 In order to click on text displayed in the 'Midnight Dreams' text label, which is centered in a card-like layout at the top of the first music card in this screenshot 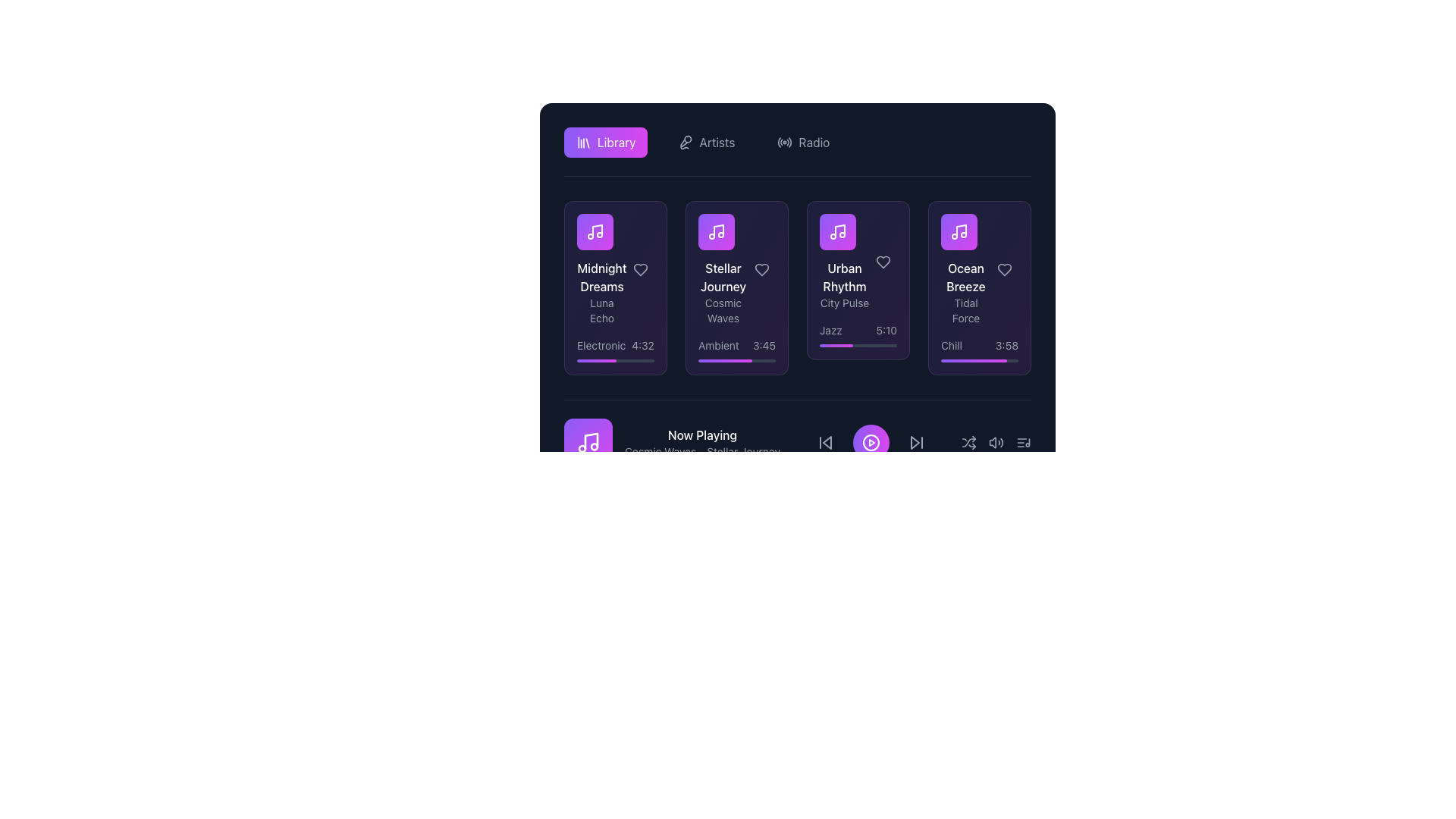, I will do `click(601, 278)`.